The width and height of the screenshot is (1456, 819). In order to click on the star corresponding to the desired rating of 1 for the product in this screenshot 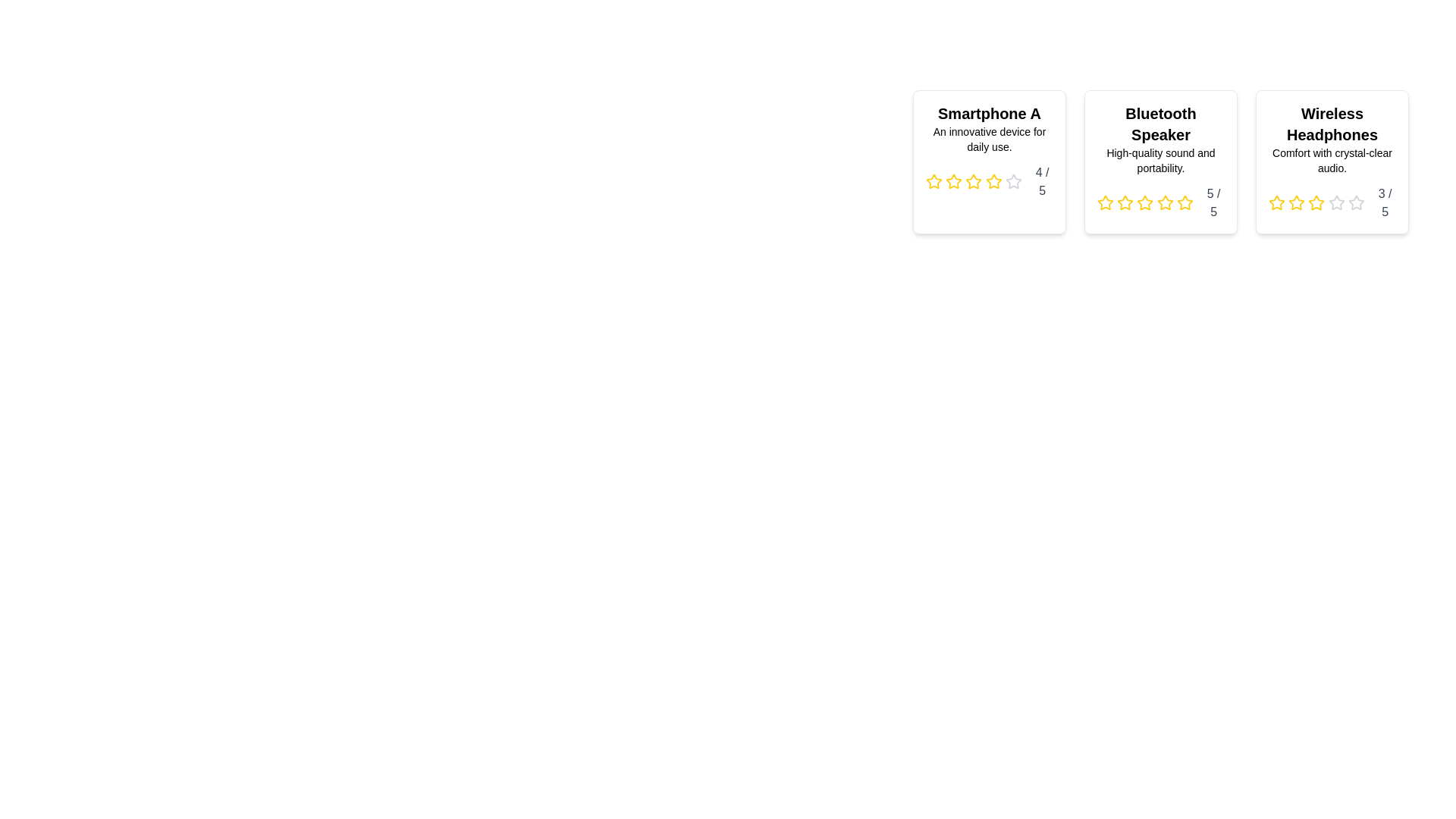, I will do `click(934, 180)`.